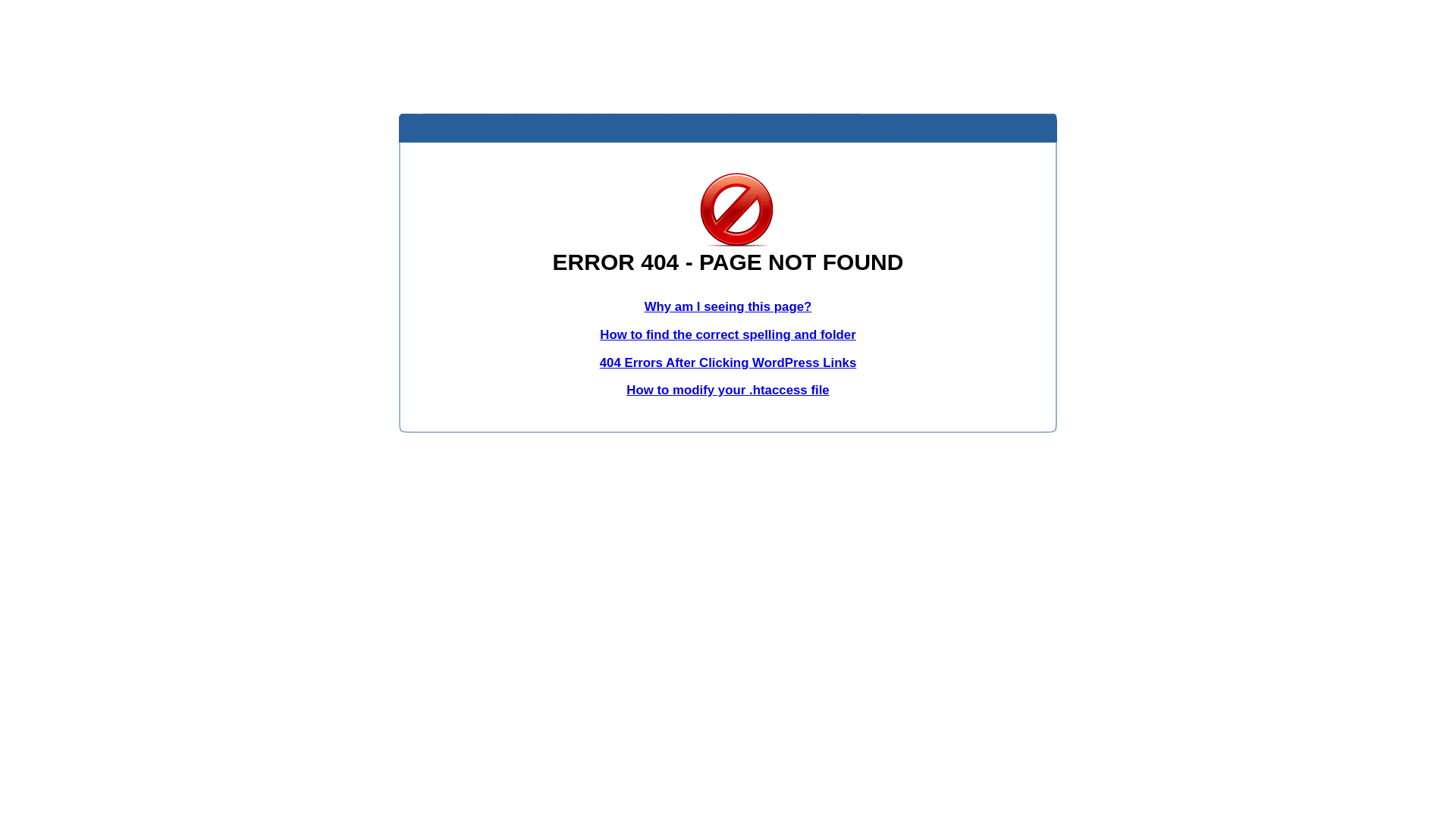  What do you see at coordinates (599, 362) in the screenshot?
I see `'404 Errors After Clicking WordPress Links'` at bounding box center [599, 362].